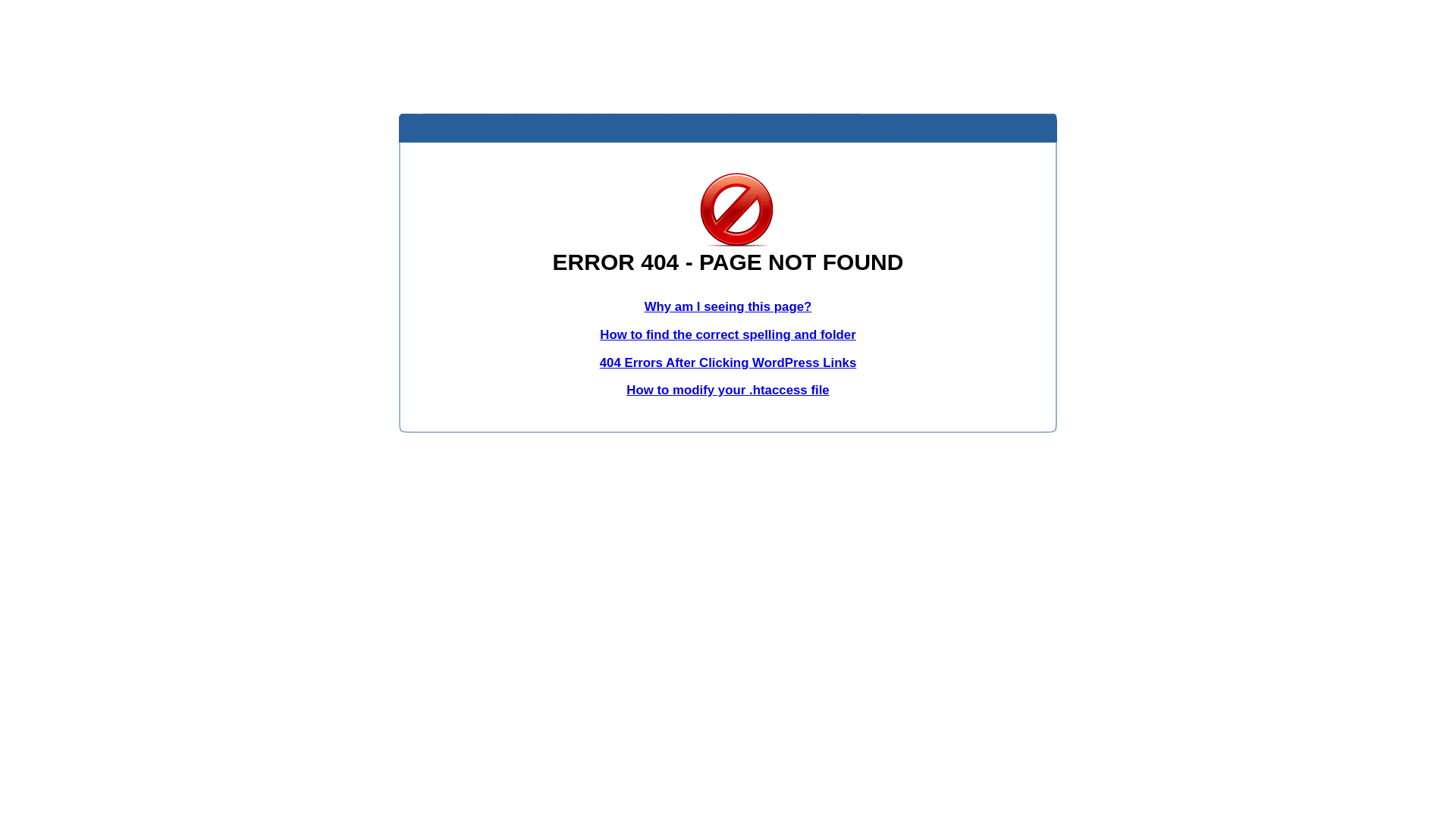  What do you see at coordinates (599, 362) in the screenshot?
I see `'404 Errors After Clicking WordPress Links'` at bounding box center [599, 362].